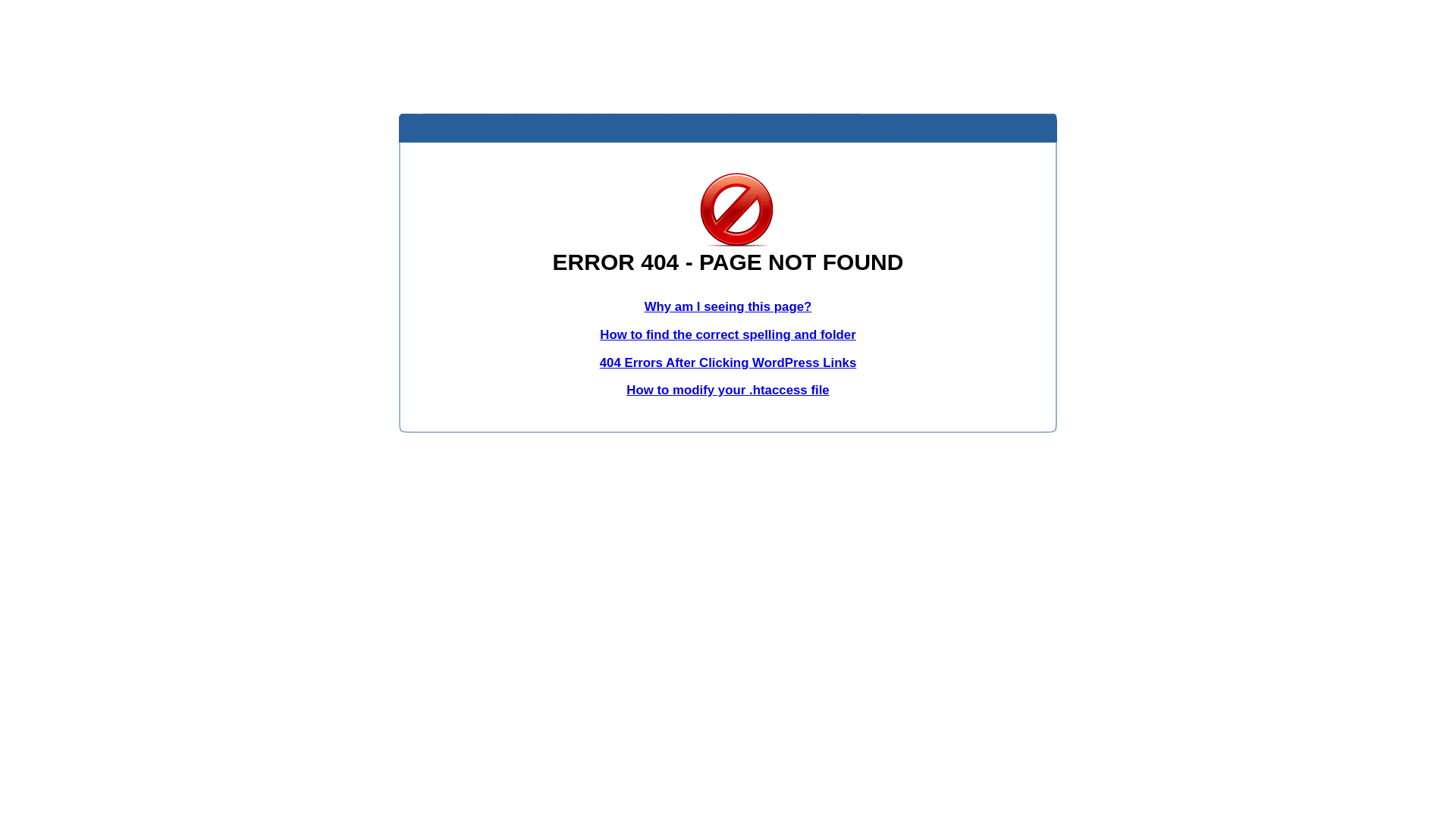  What do you see at coordinates (599, 362) in the screenshot?
I see `'404 Errors After Clicking WordPress Links'` at bounding box center [599, 362].